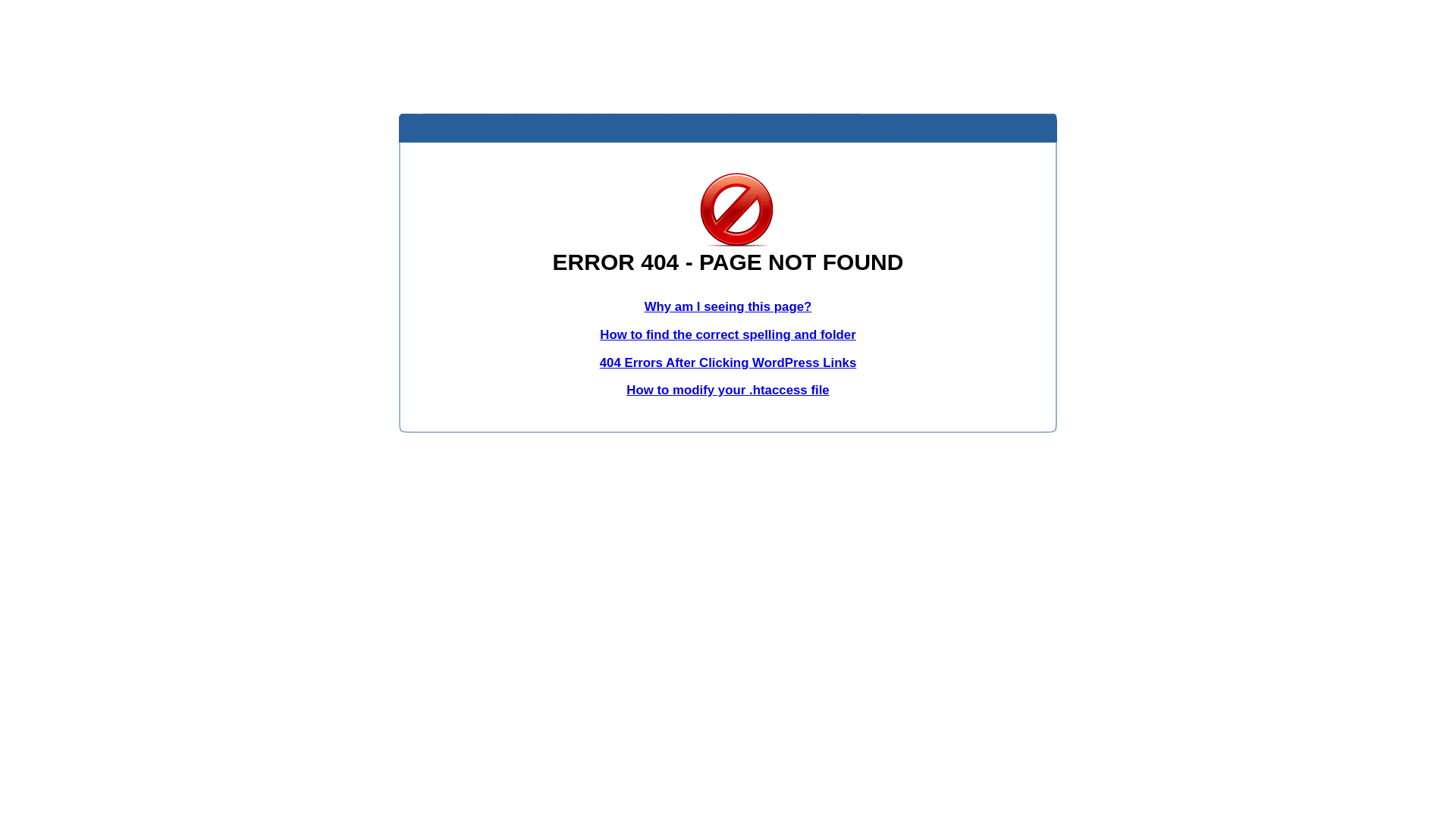  What do you see at coordinates (599, 362) in the screenshot?
I see `'404 Errors After Clicking WordPress Links'` at bounding box center [599, 362].